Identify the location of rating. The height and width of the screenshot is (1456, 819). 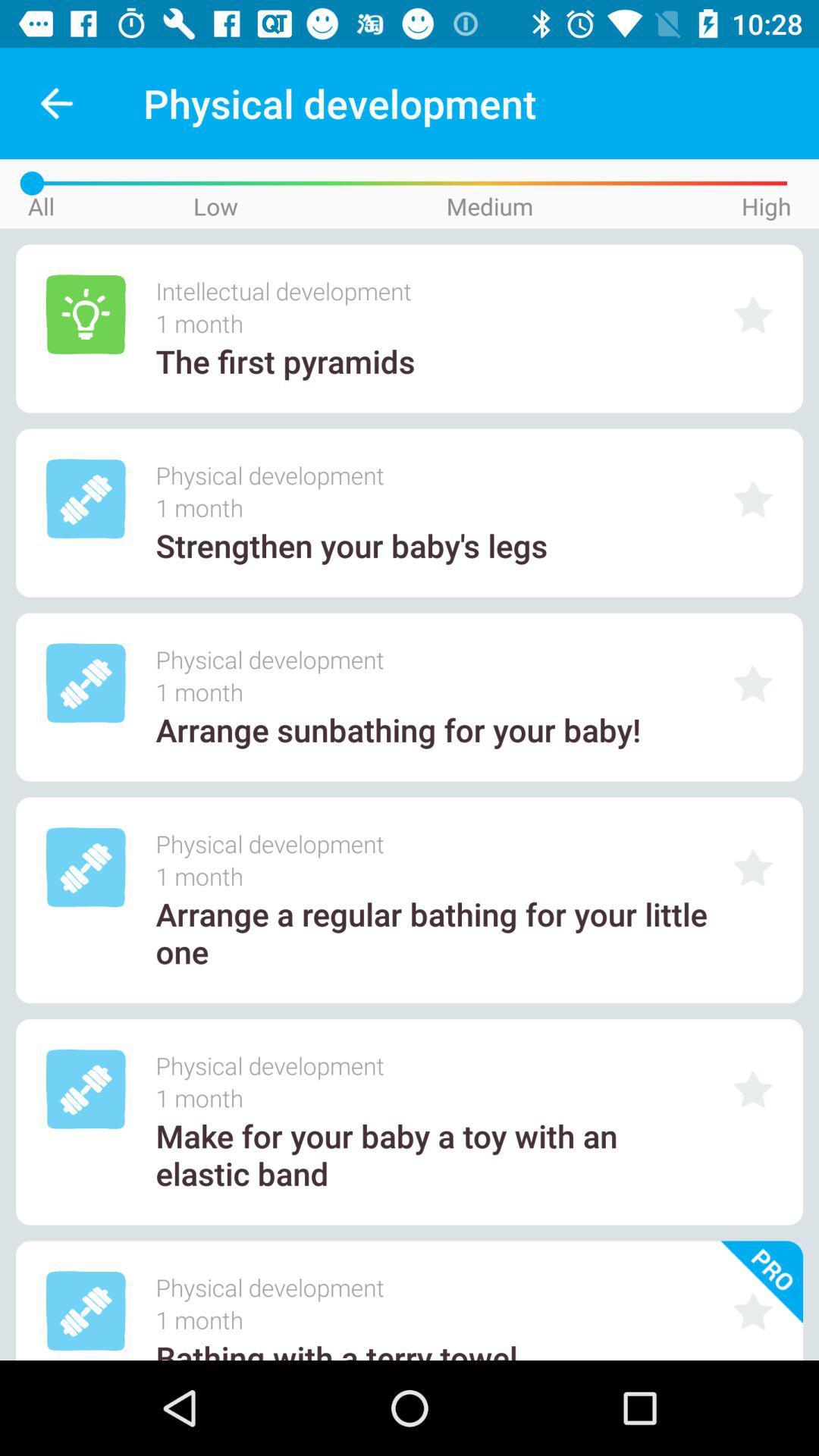
(753, 314).